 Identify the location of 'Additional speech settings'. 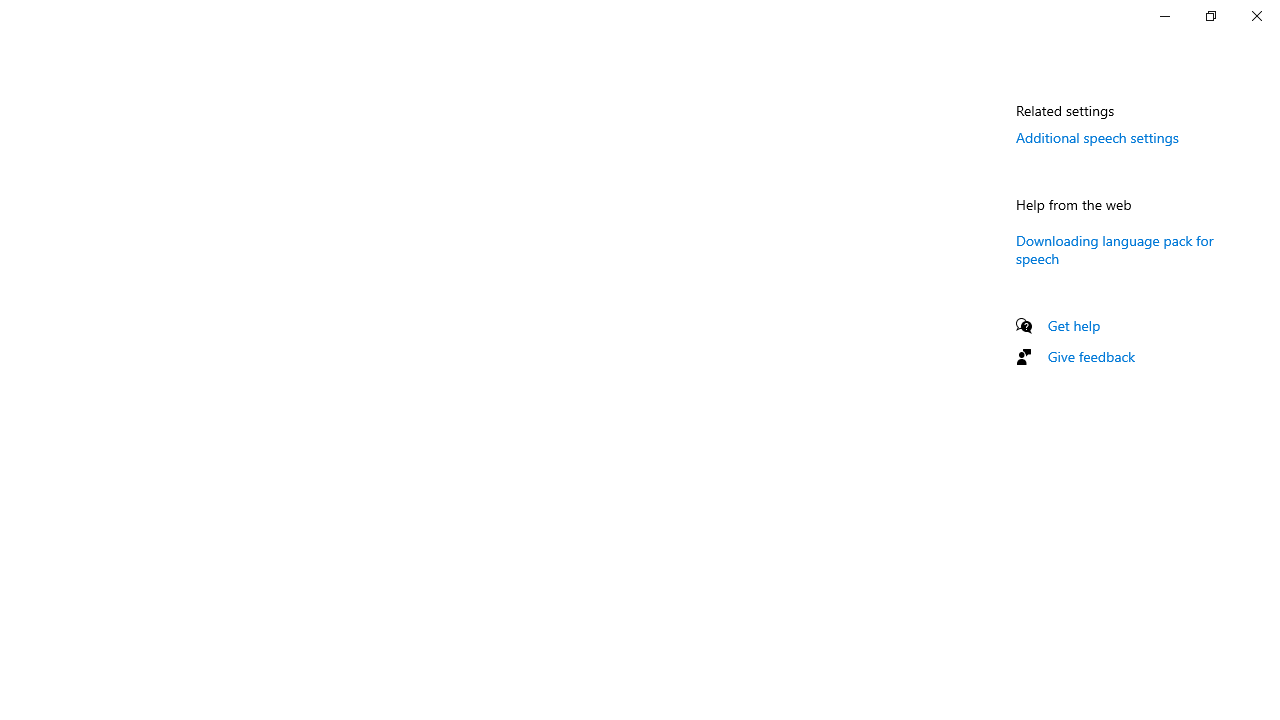
(1096, 136).